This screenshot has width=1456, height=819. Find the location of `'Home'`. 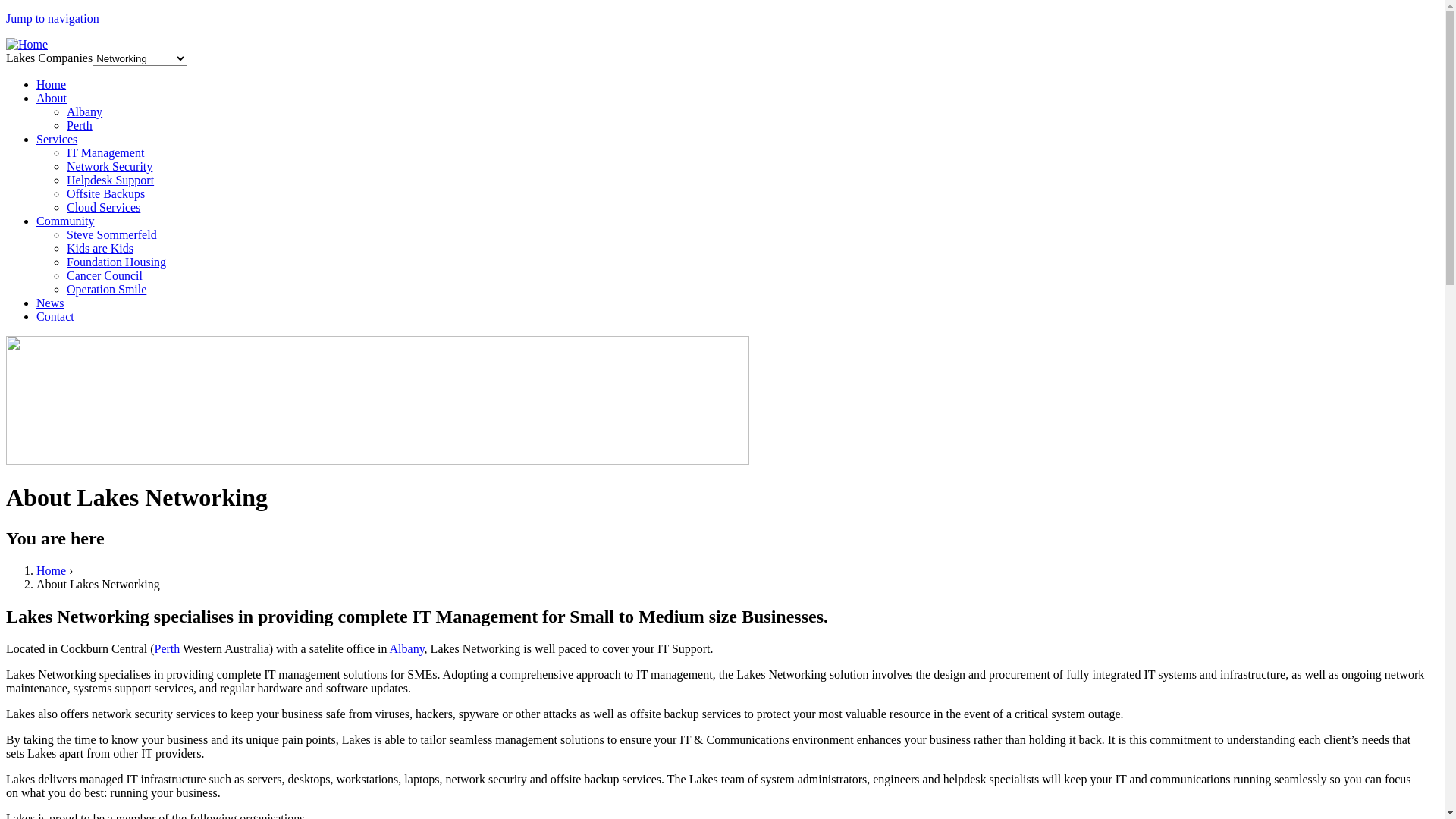

'Home' is located at coordinates (27, 43).